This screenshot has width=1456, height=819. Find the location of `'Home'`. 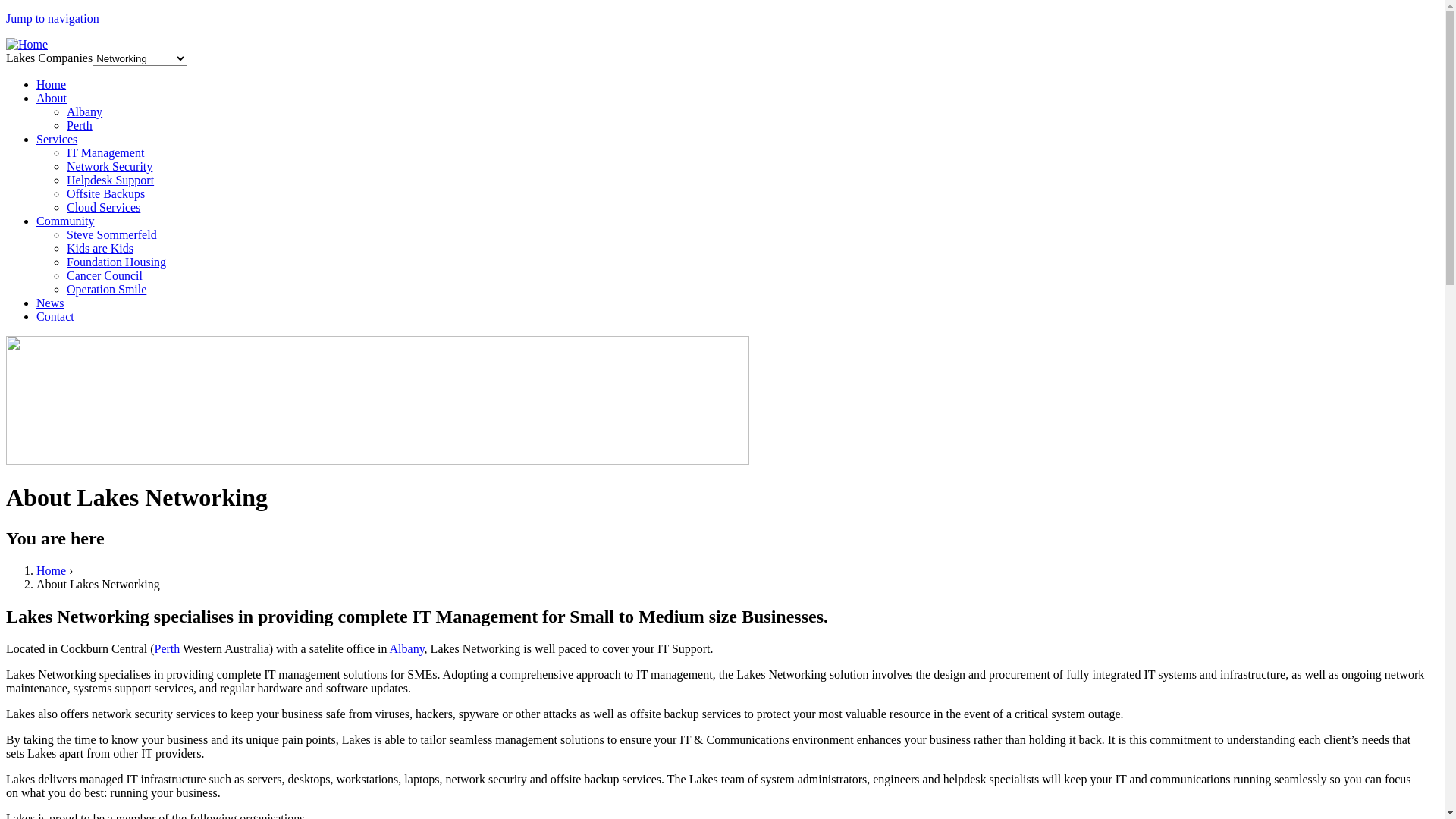

'Home' is located at coordinates (27, 43).